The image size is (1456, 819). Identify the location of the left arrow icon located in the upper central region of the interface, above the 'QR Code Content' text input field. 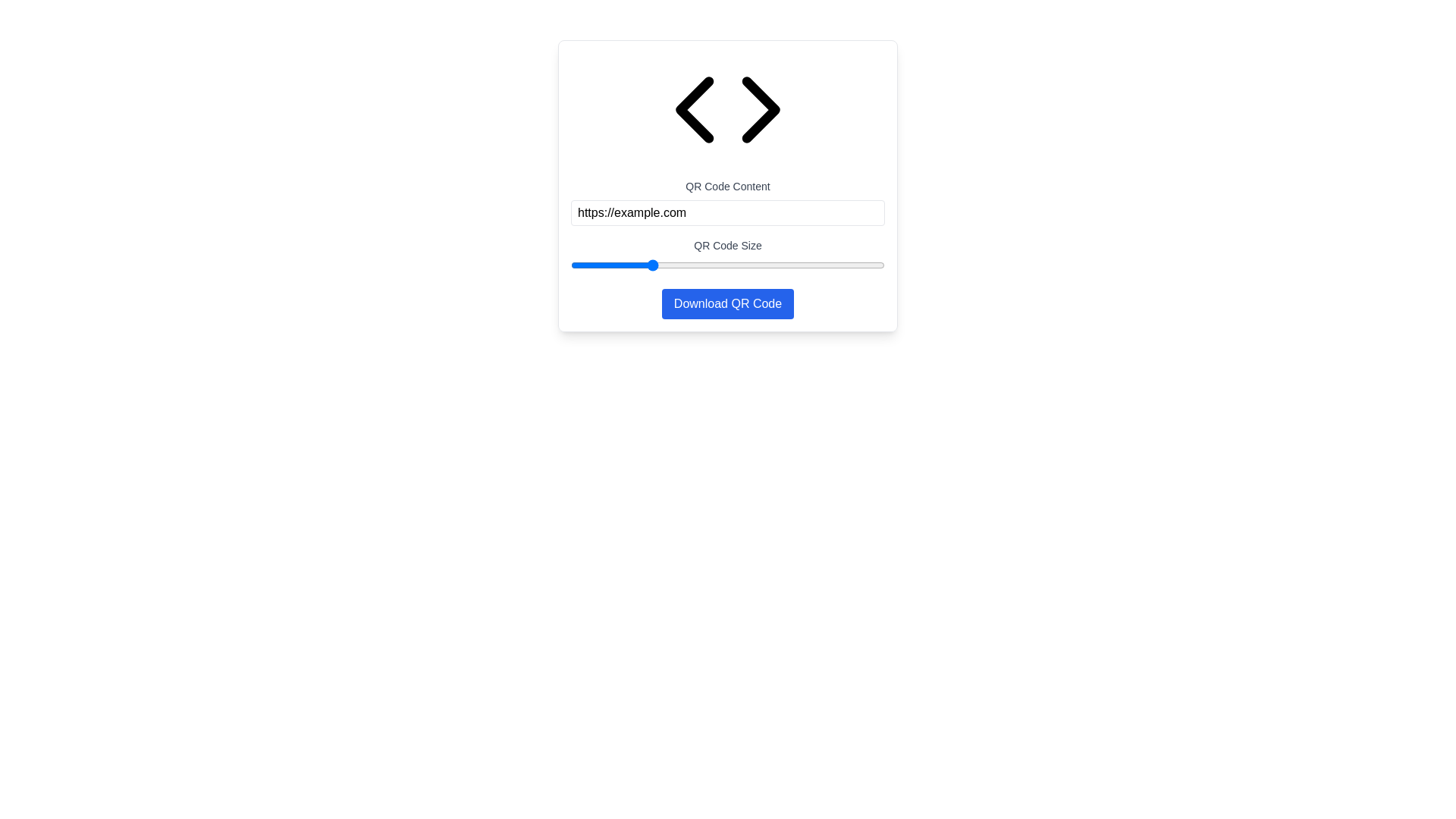
(694, 109).